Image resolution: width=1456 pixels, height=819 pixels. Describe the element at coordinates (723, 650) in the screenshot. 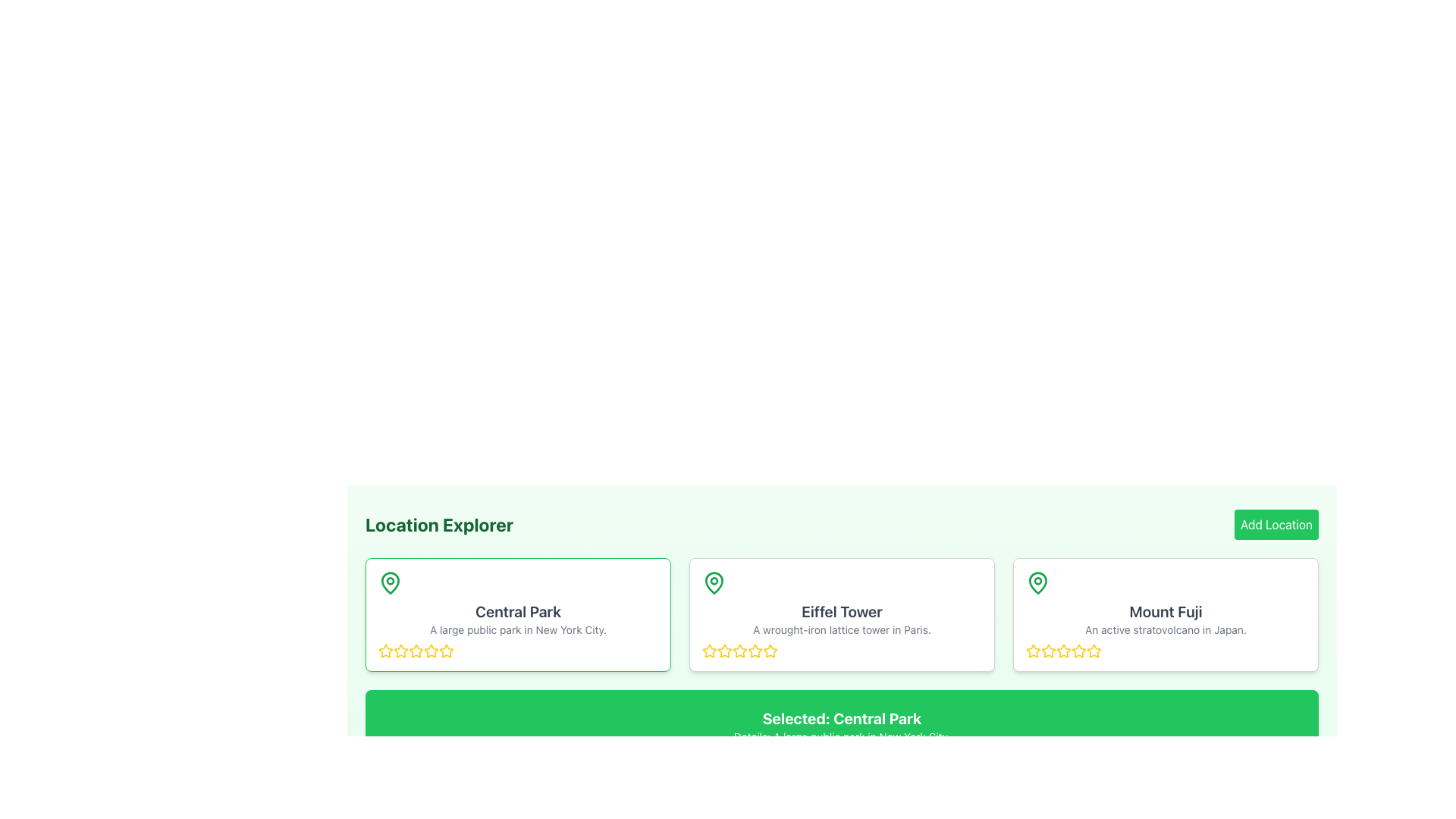

I see `the second star icon from the left` at that location.